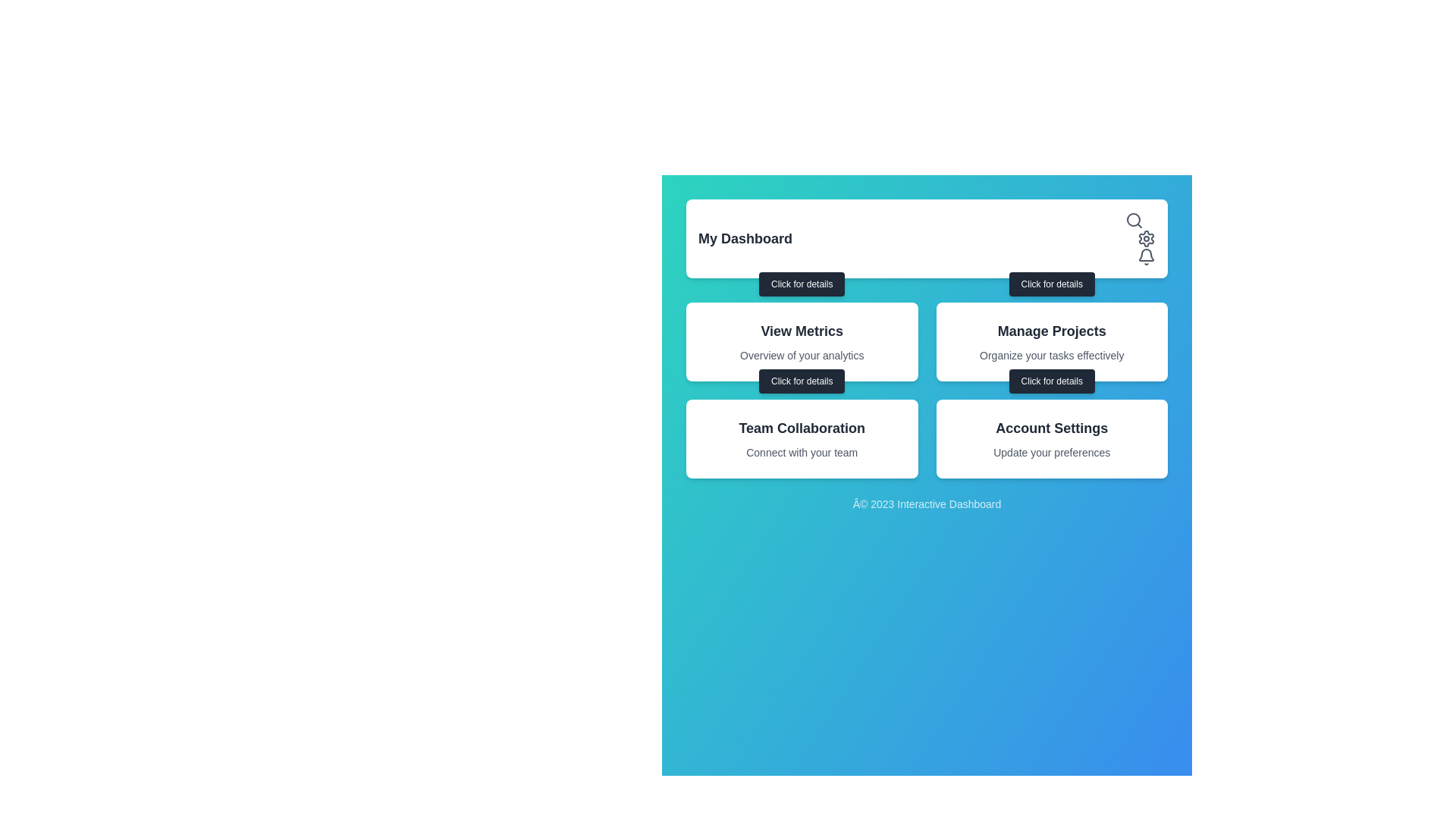 The height and width of the screenshot is (819, 1456). What do you see at coordinates (1147, 254) in the screenshot?
I see `the notification bell icon located in the top-right corner of the interface` at bounding box center [1147, 254].